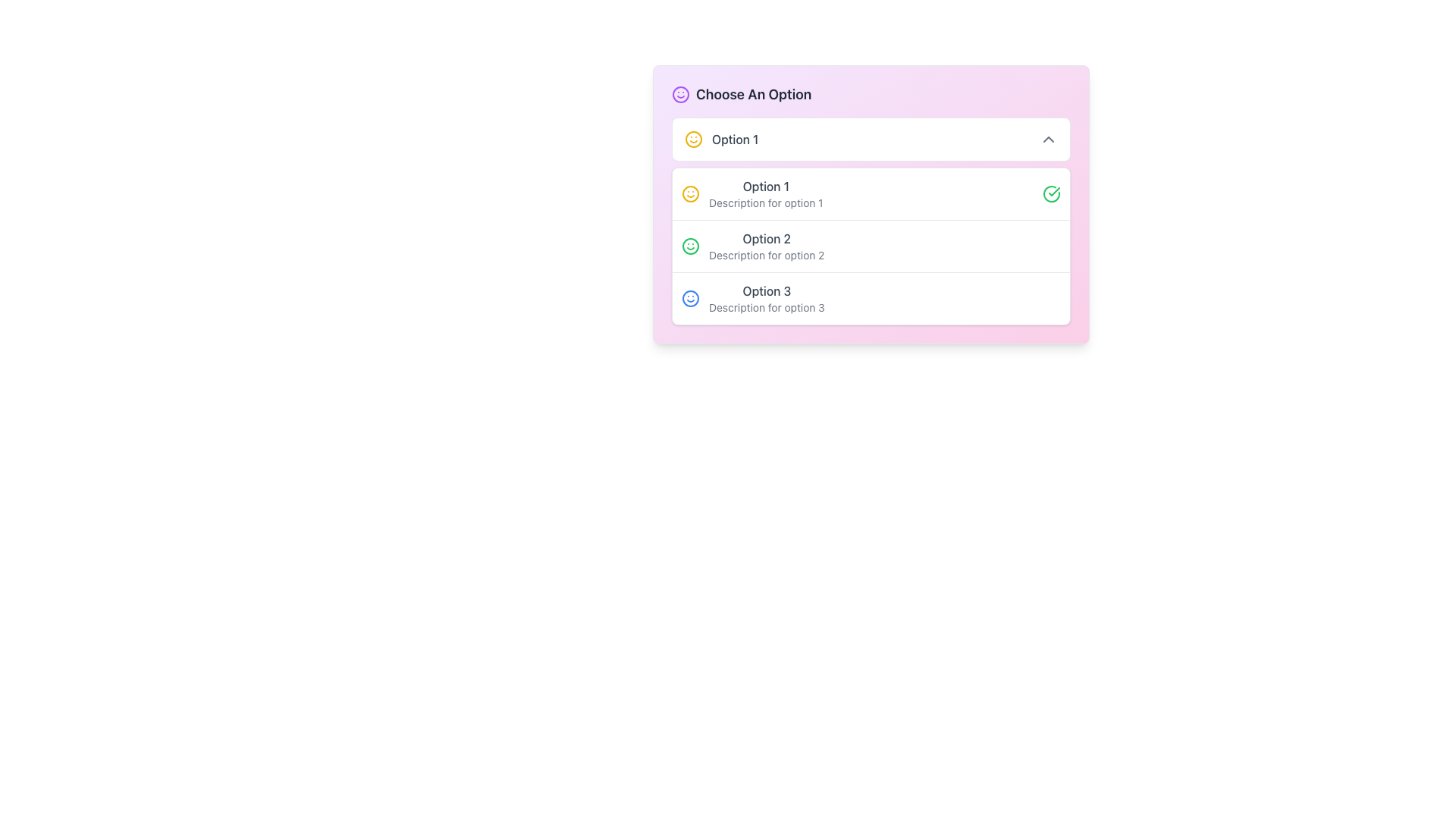  I want to click on the topmost selectable option labeled 'Option 1' which consists of a smiling face icon in yellow and the text in gray, so click(720, 140).